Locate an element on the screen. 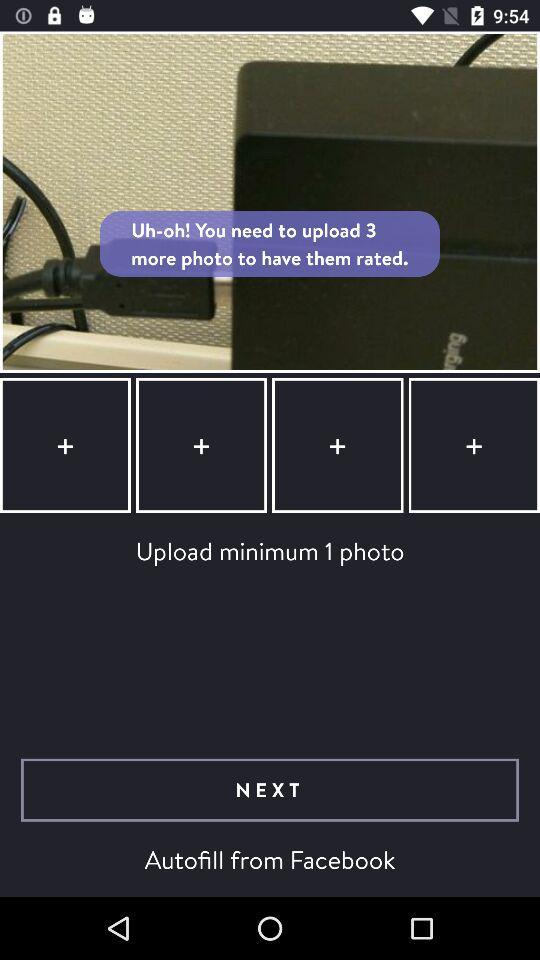  the item above autofill from facebook icon is located at coordinates (270, 790).